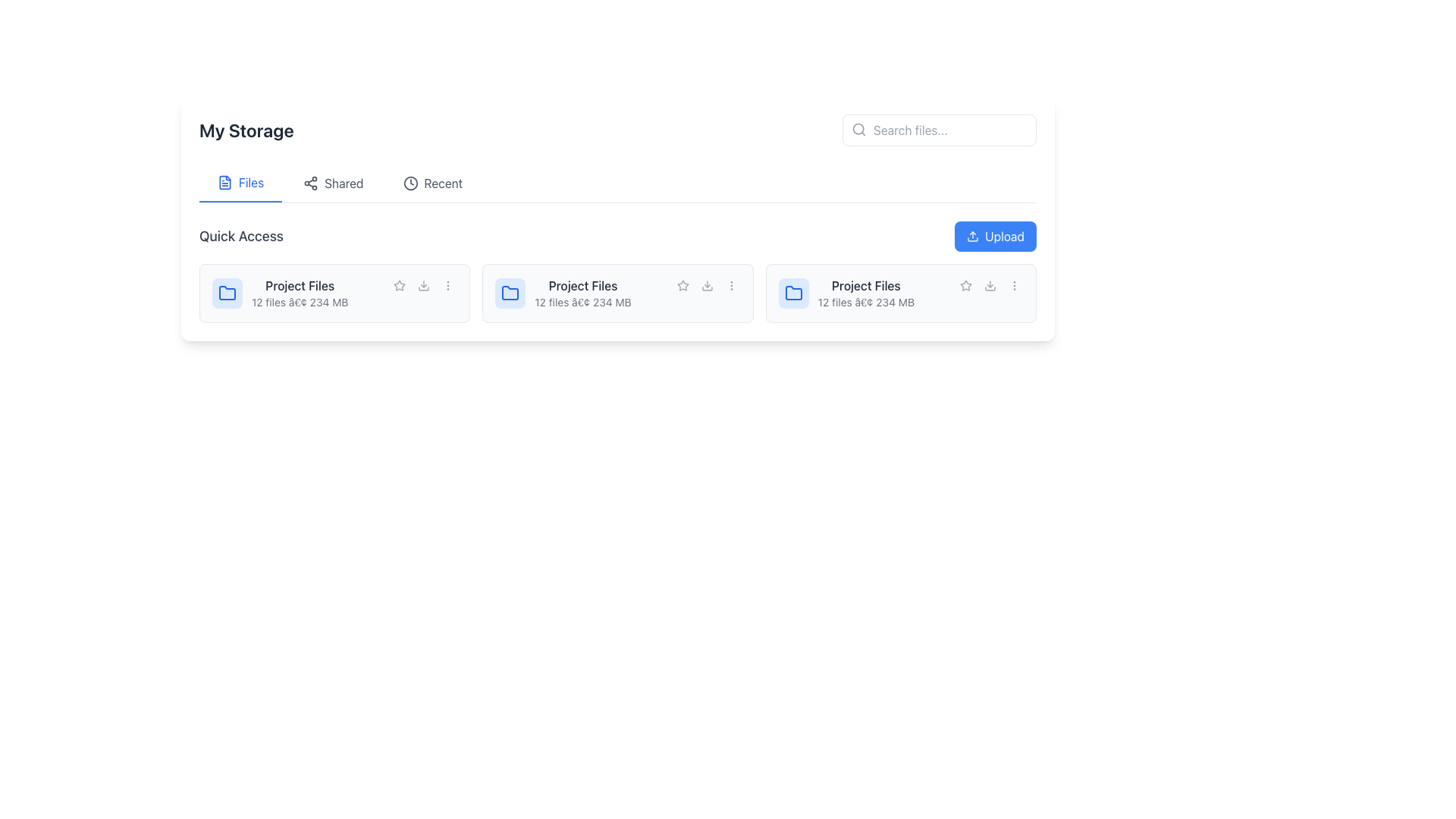 The height and width of the screenshot is (819, 1456). What do you see at coordinates (901, 293) in the screenshot?
I see `the folder icon of the 'Project Files' card, which is the third card in the 'Quick Access' section` at bounding box center [901, 293].